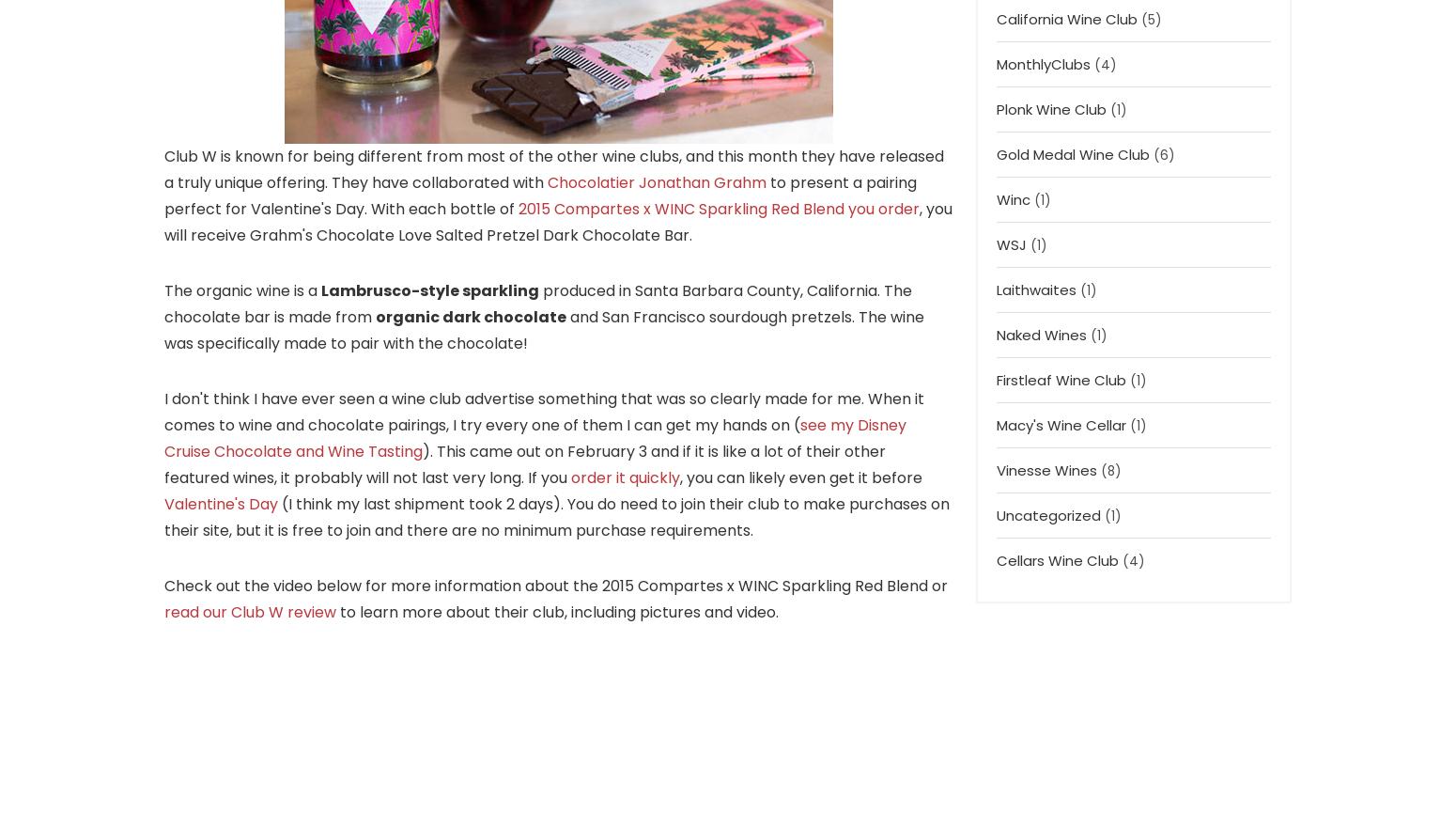 The width and height of the screenshot is (1456, 829). I want to click on '(5)', so click(1141, 19).